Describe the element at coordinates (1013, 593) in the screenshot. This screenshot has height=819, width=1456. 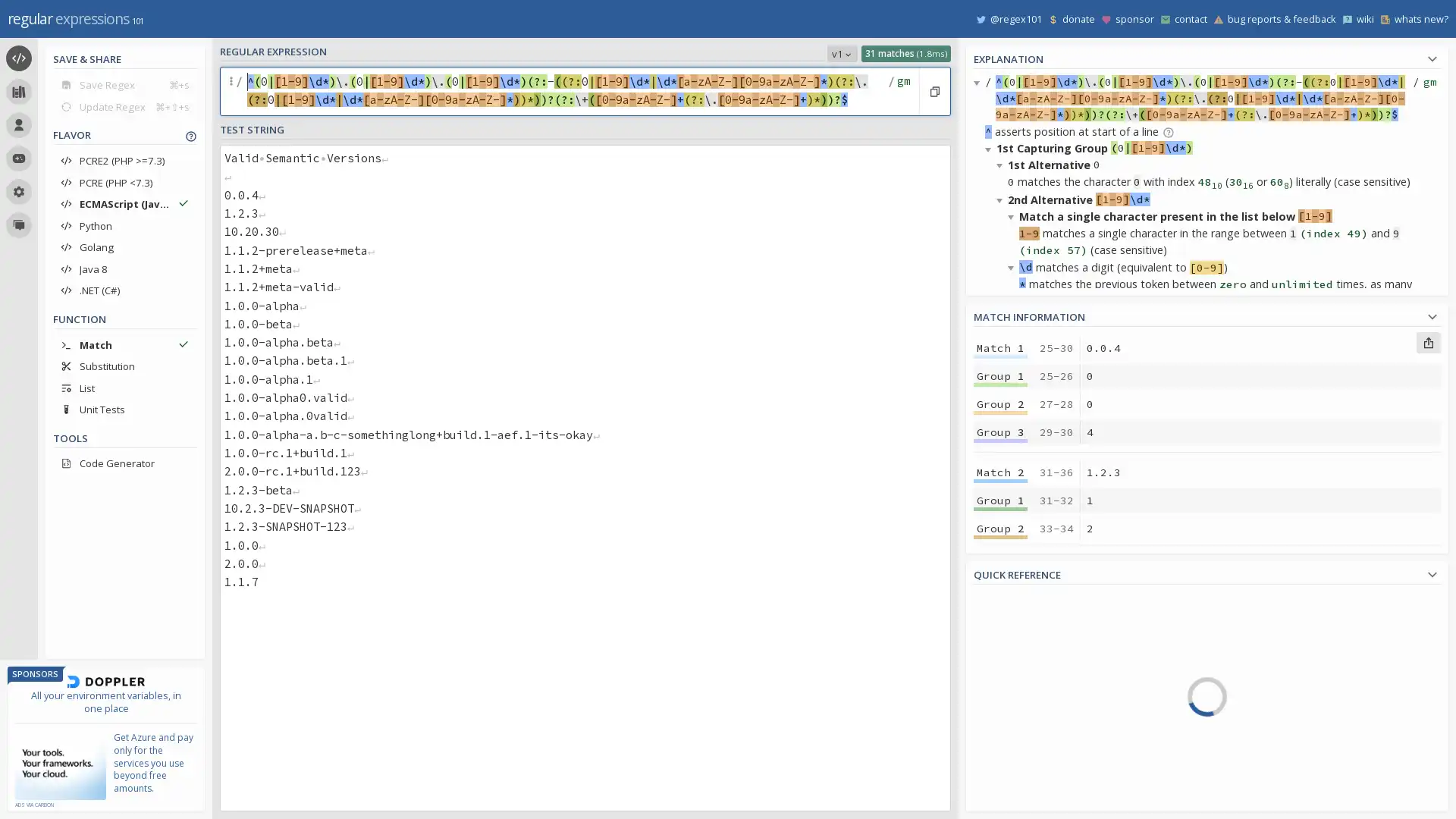
I see `Collapse Subtree` at that location.